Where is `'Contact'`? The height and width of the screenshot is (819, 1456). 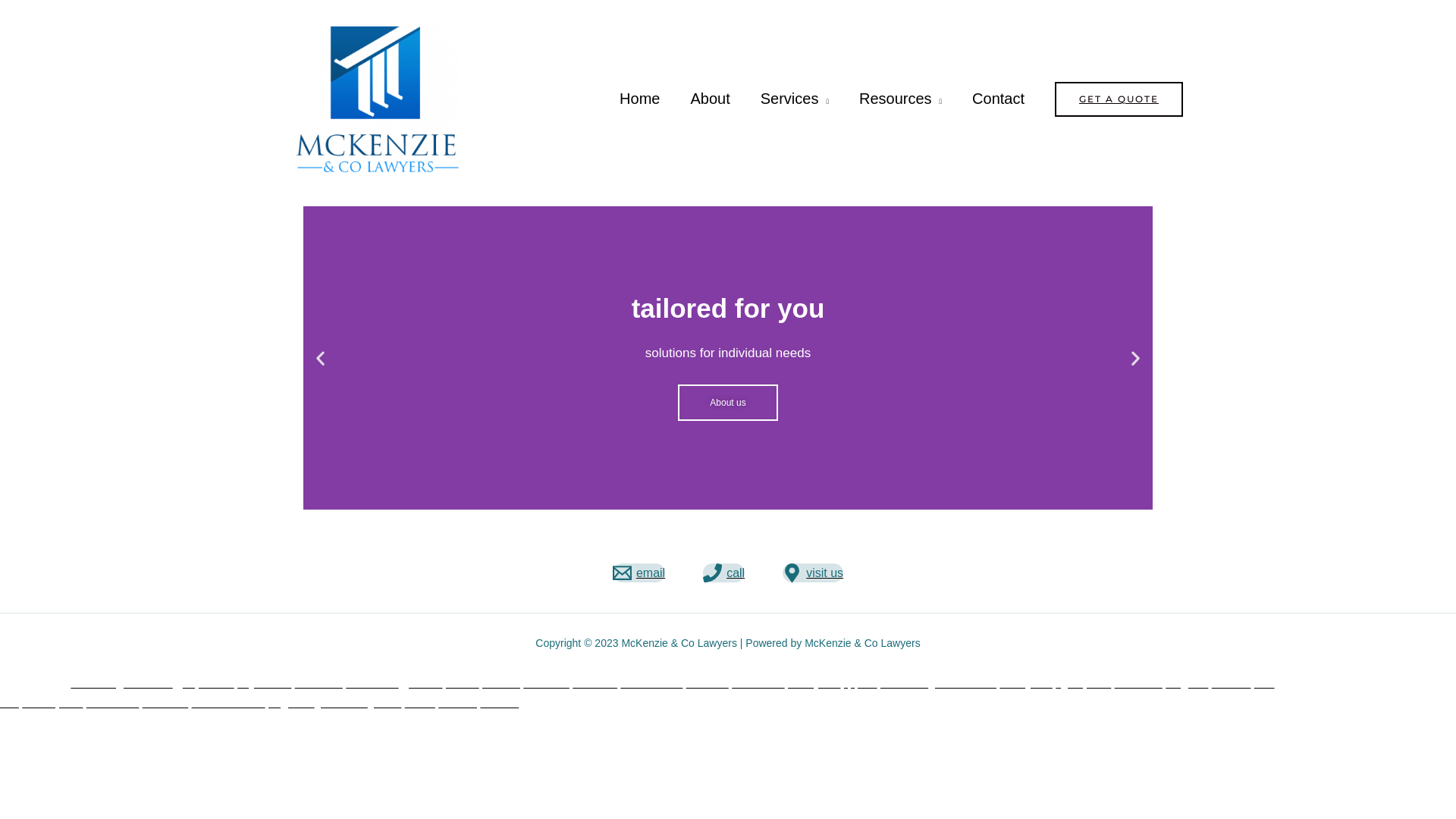 'Contact' is located at coordinates (956, 99).